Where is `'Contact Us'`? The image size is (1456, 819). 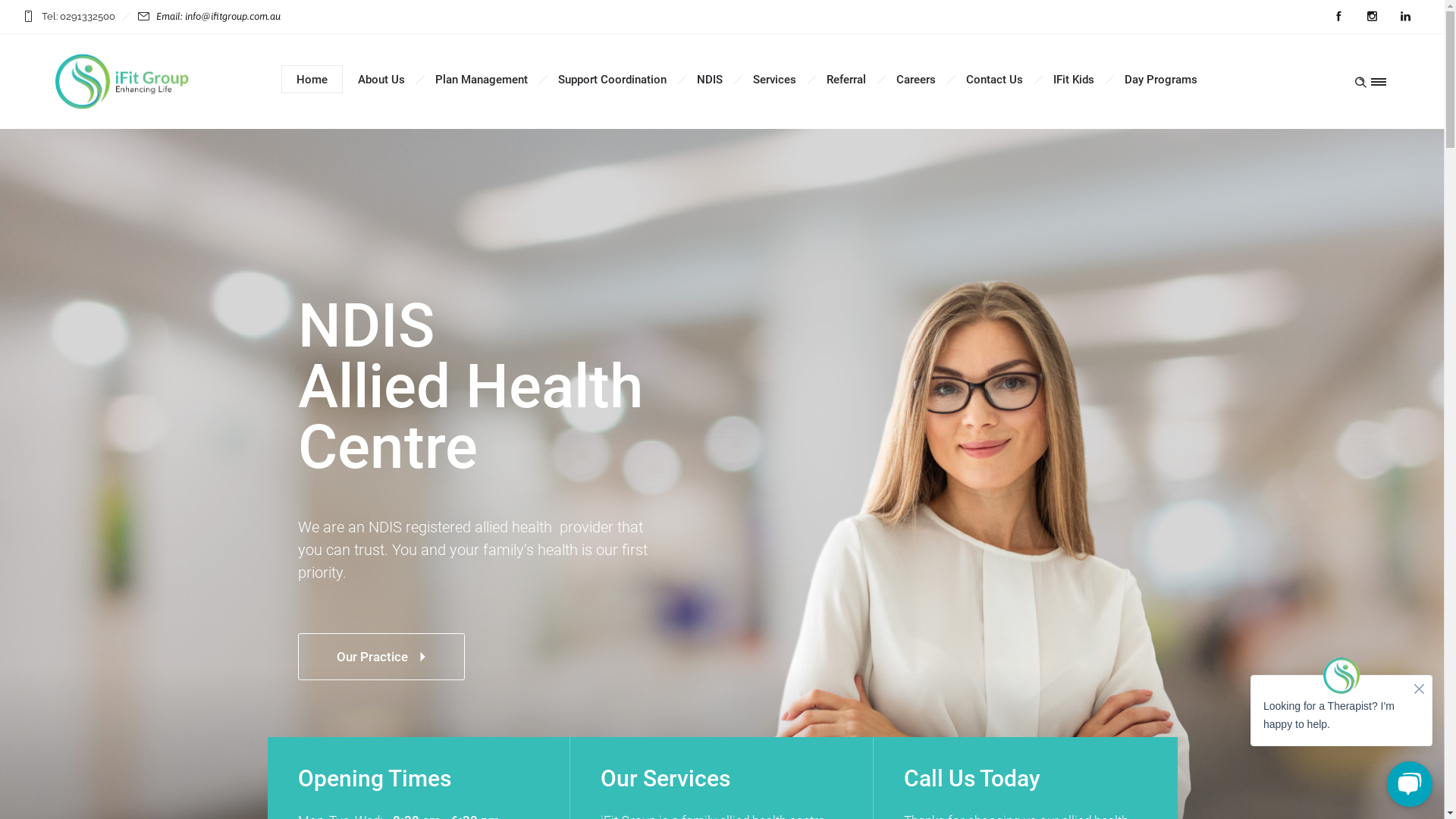 'Contact Us' is located at coordinates (994, 79).